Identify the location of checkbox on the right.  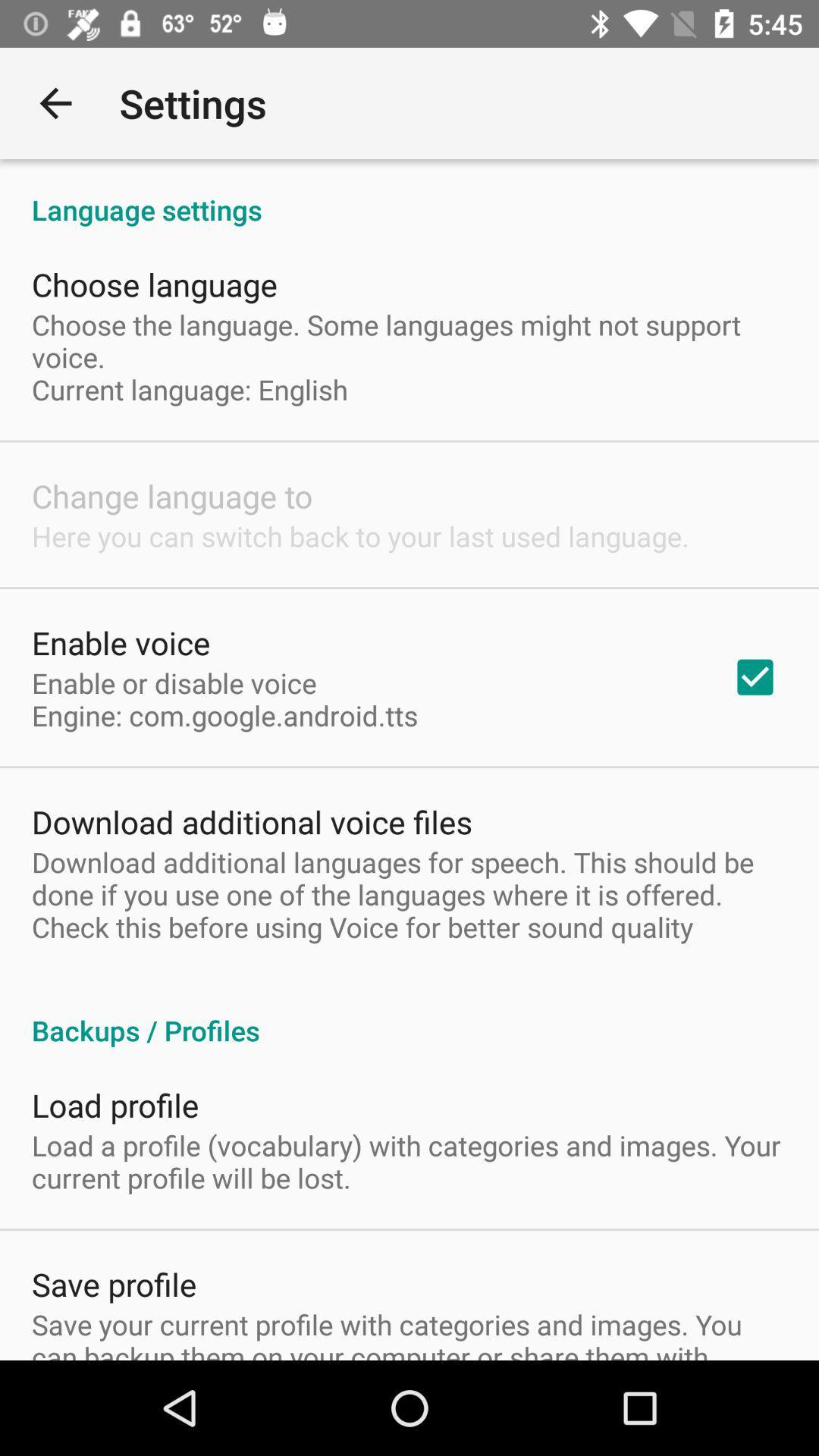
(755, 676).